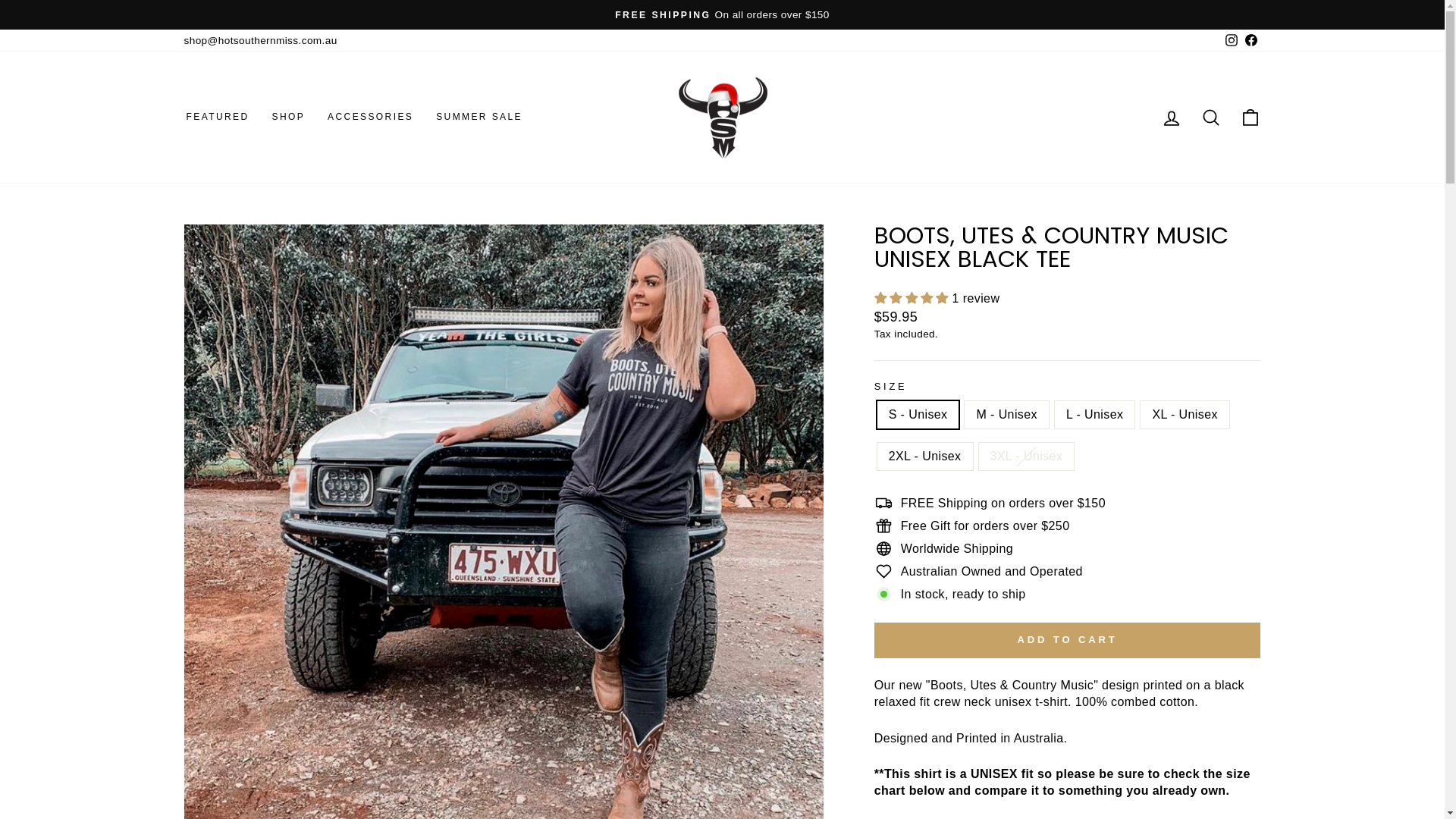  What do you see at coordinates (1170, 116) in the screenshot?
I see `'LOG IN'` at bounding box center [1170, 116].